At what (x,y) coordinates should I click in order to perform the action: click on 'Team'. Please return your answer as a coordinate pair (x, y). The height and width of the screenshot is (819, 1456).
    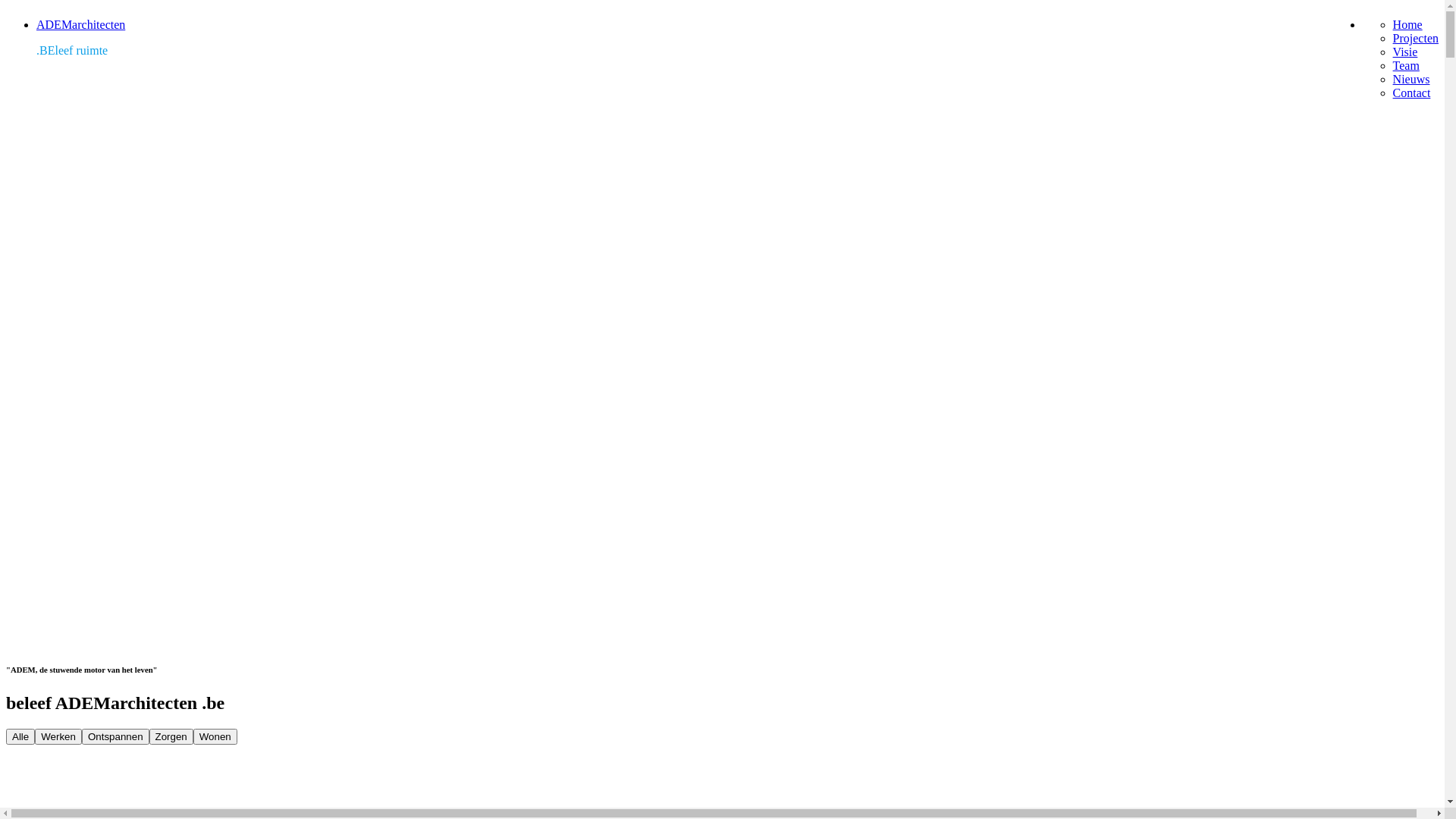
    Looking at the image, I should click on (1405, 64).